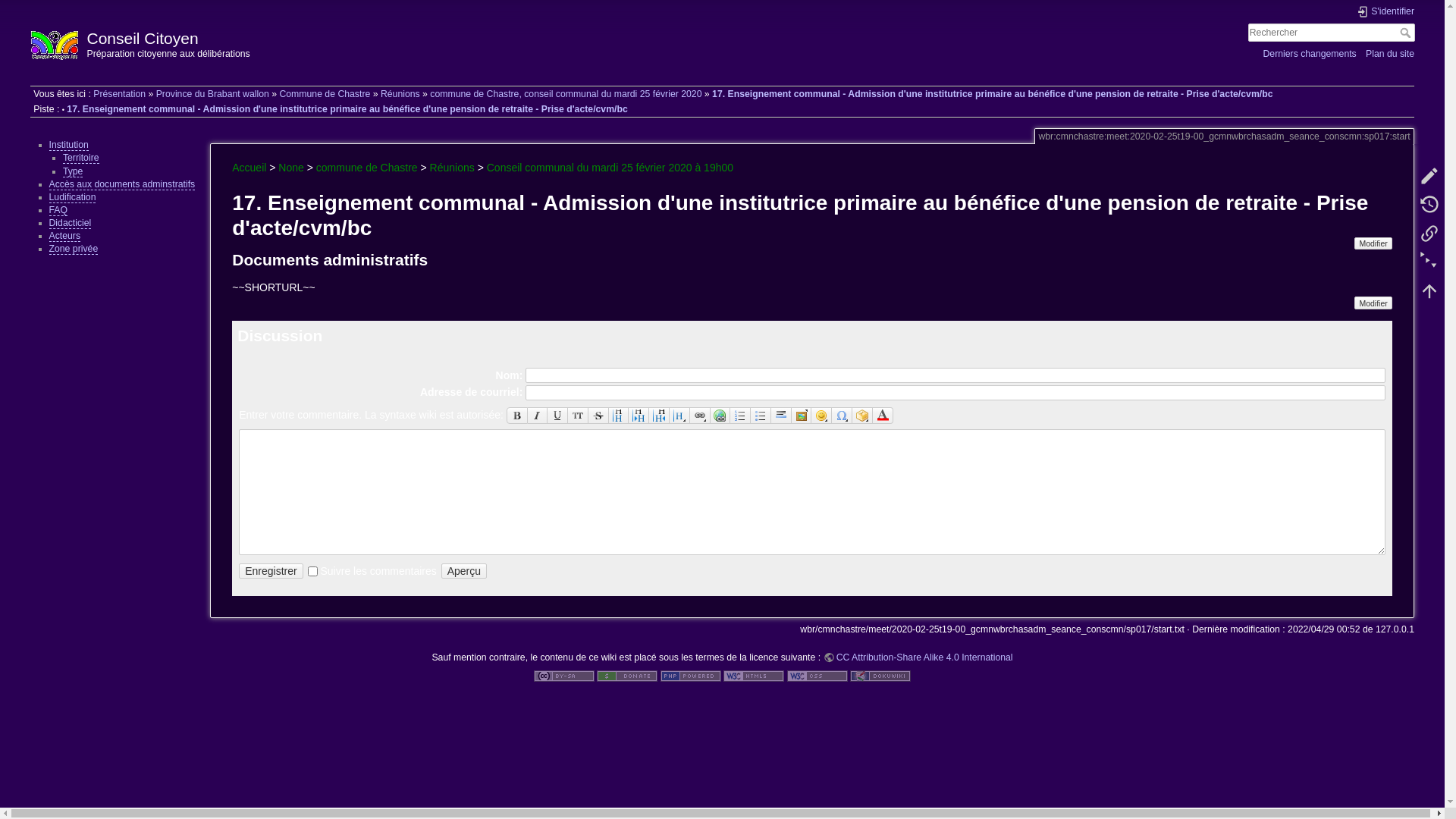 The image size is (1456, 819). What do you see at coordinates (1331, 33) in the screenshot?
I see `'[F]'` at bounding box center [1331, 33].